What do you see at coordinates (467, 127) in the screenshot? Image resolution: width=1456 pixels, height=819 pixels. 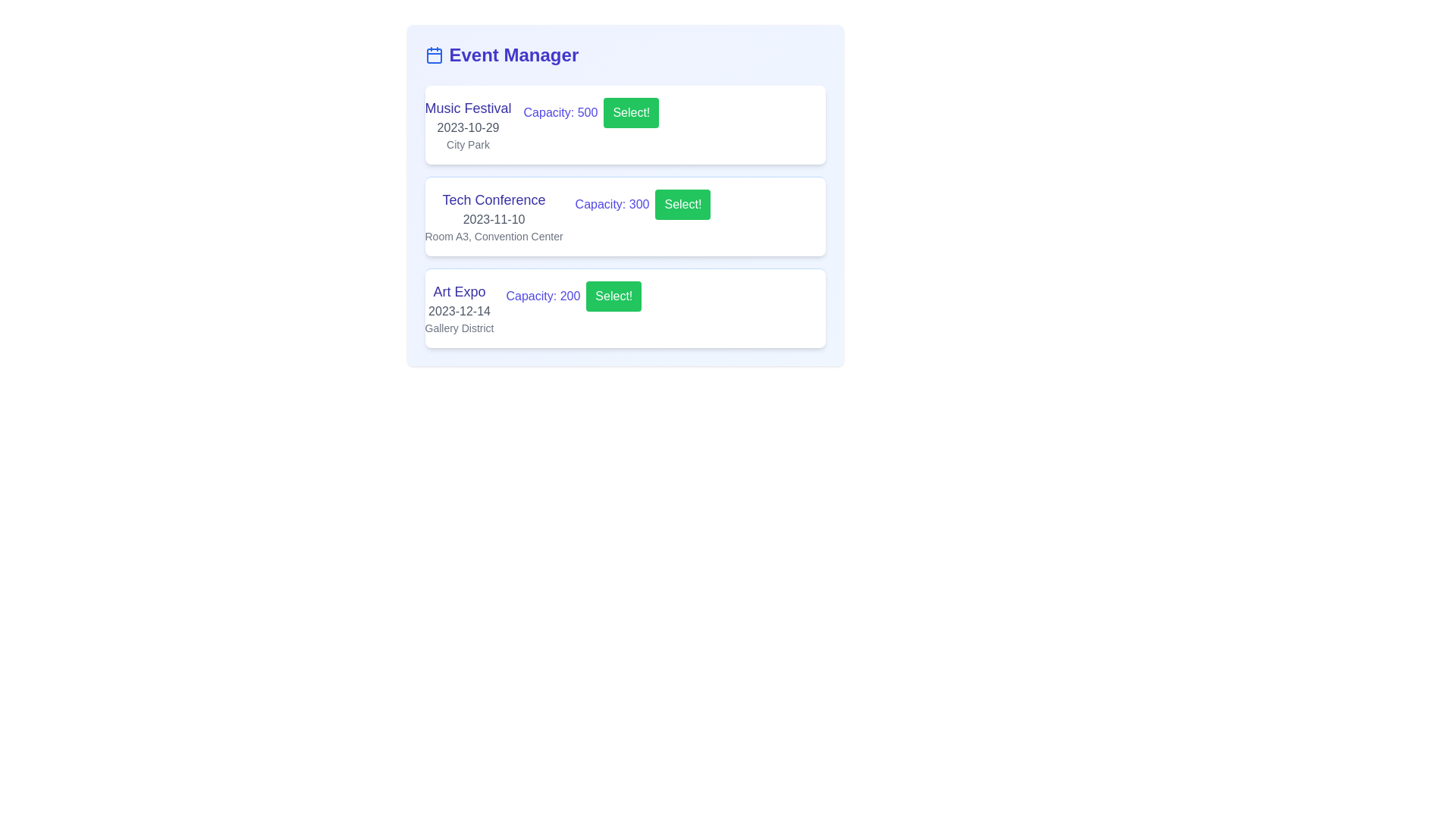 I see `the text display element showing the date '2023-10-29', which is located beneath the event title 'Music Festival' in the 'Event Manager' panel` at bounding box center [467, 127].